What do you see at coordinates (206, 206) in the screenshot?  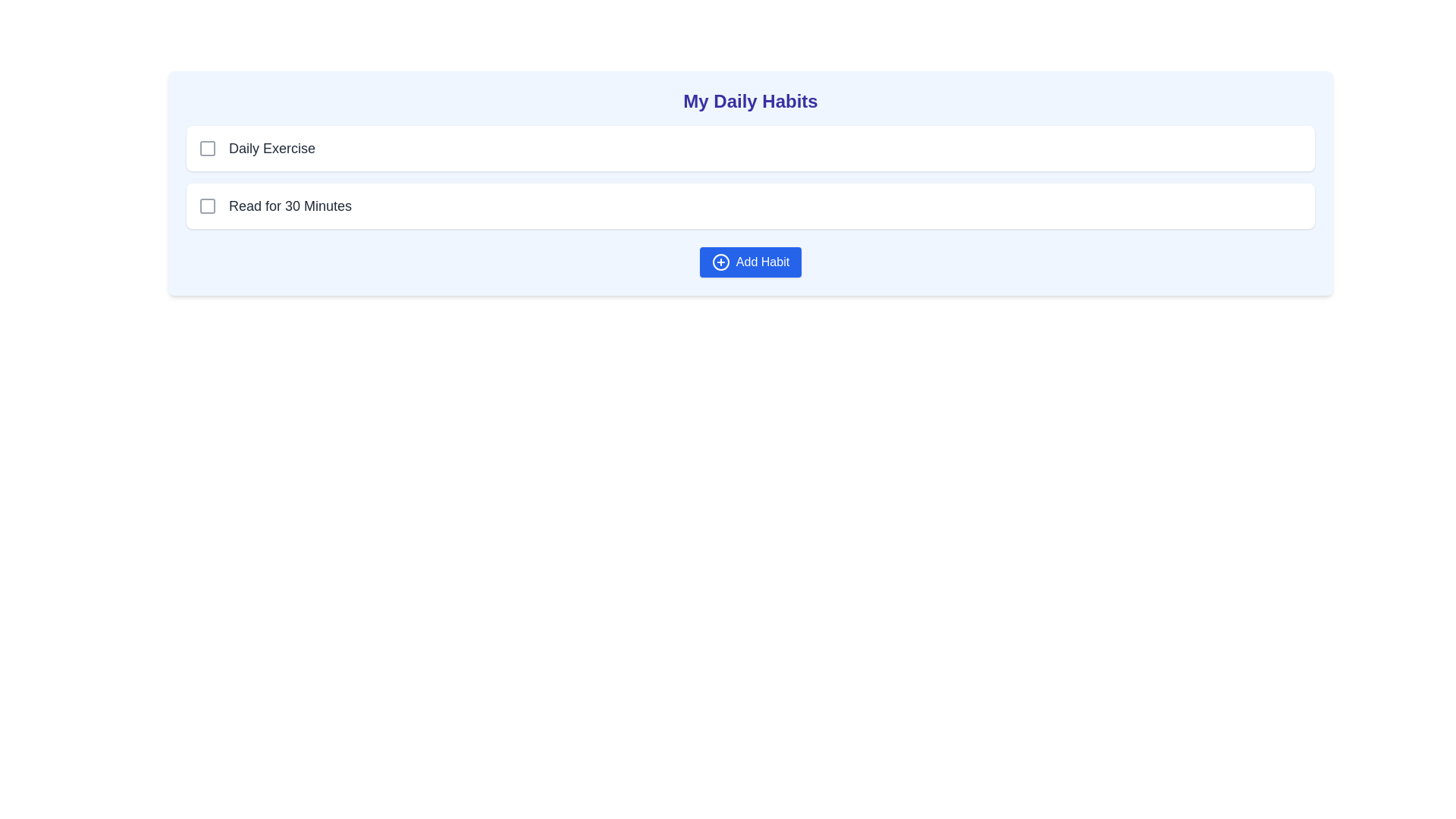 I see `the checkbox located to the left of the 'Read for 30 Minutes' label` at bounding box center [206, 206].